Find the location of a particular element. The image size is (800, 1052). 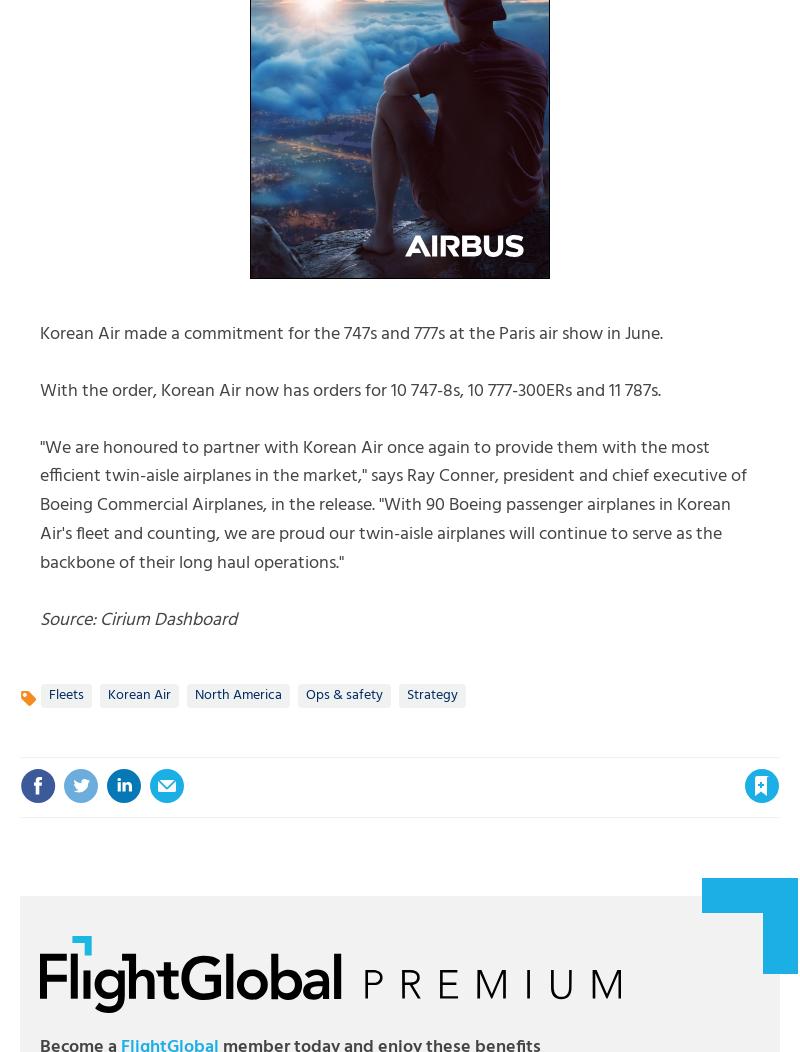

'Save article' is located at coordinates (700, 746).